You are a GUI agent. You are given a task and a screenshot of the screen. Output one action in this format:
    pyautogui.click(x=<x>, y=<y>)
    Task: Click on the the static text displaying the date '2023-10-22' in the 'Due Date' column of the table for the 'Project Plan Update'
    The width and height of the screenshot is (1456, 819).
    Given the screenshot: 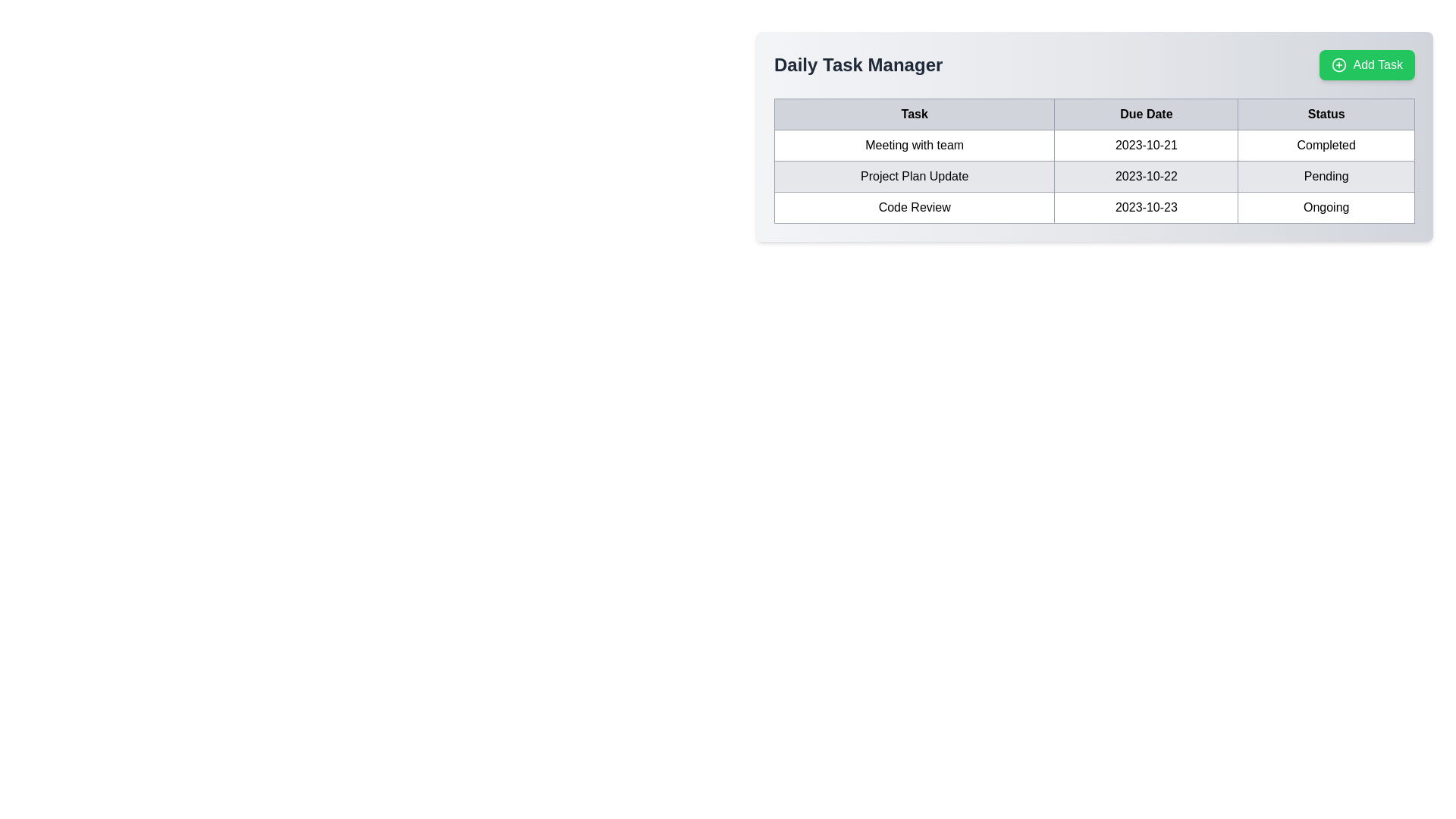 What is the action you would take?
    pyautogui.click(x=1146, y=175)
    